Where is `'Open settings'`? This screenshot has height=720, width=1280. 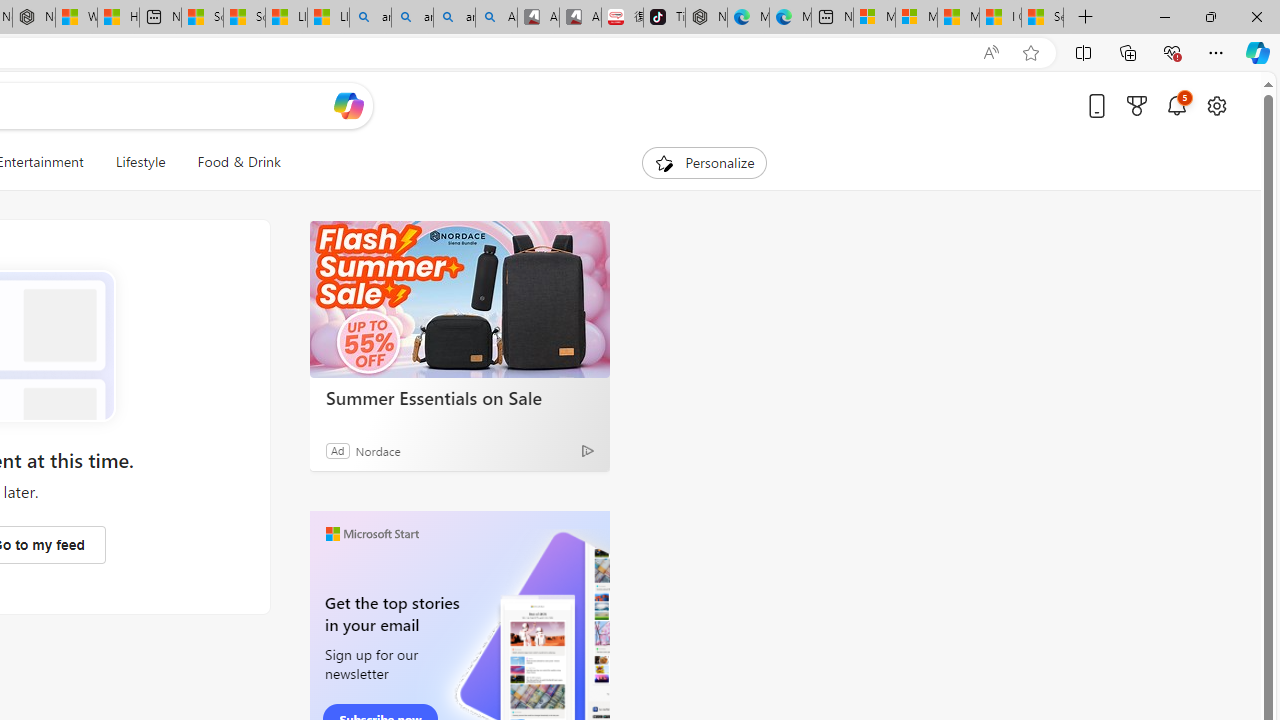 'Open settings' is located at coordinates (1215, 105).